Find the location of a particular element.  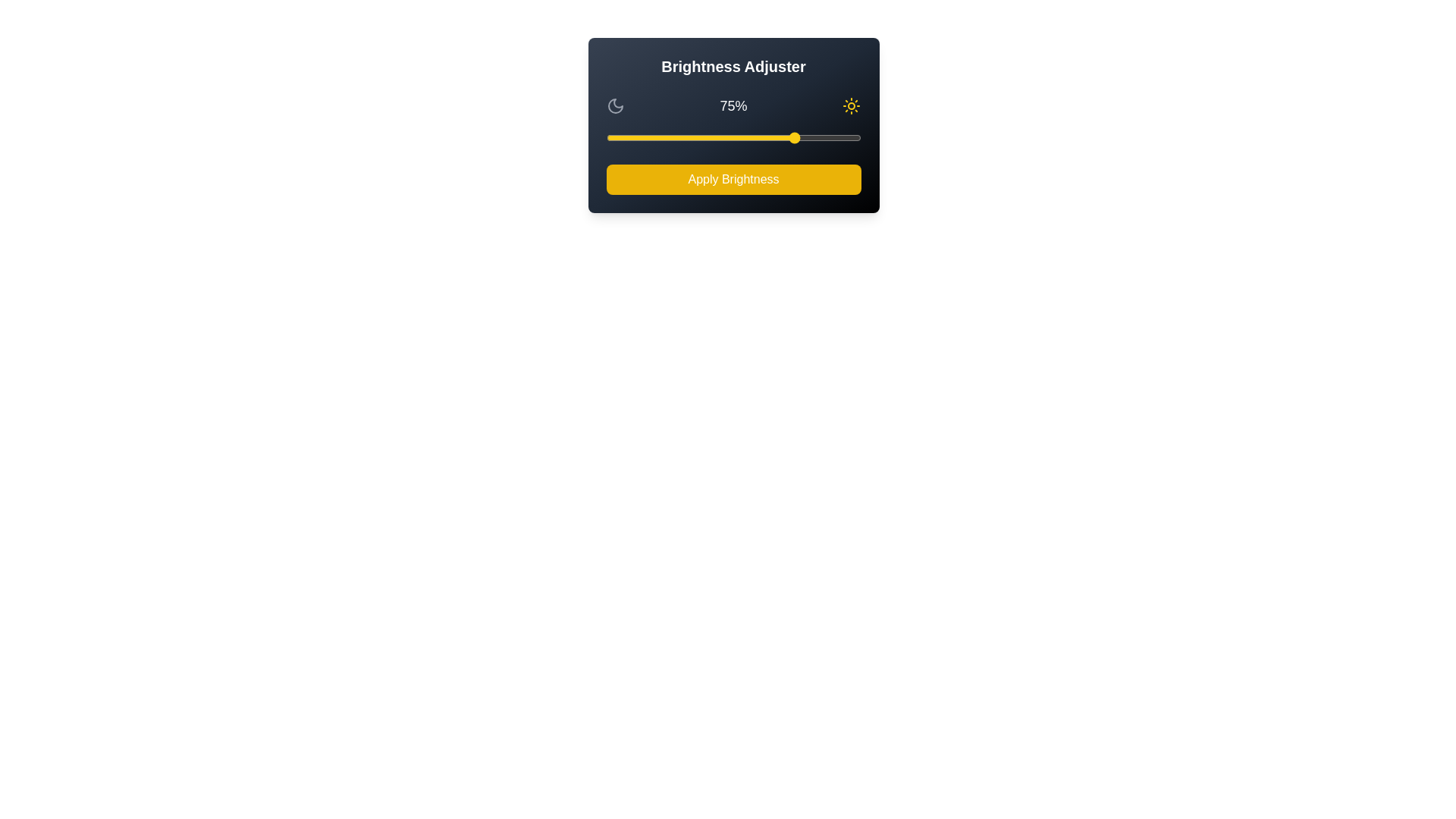

the 'Apply Brightness' button to confirm the brightness level is located at coordinates (733, 178).